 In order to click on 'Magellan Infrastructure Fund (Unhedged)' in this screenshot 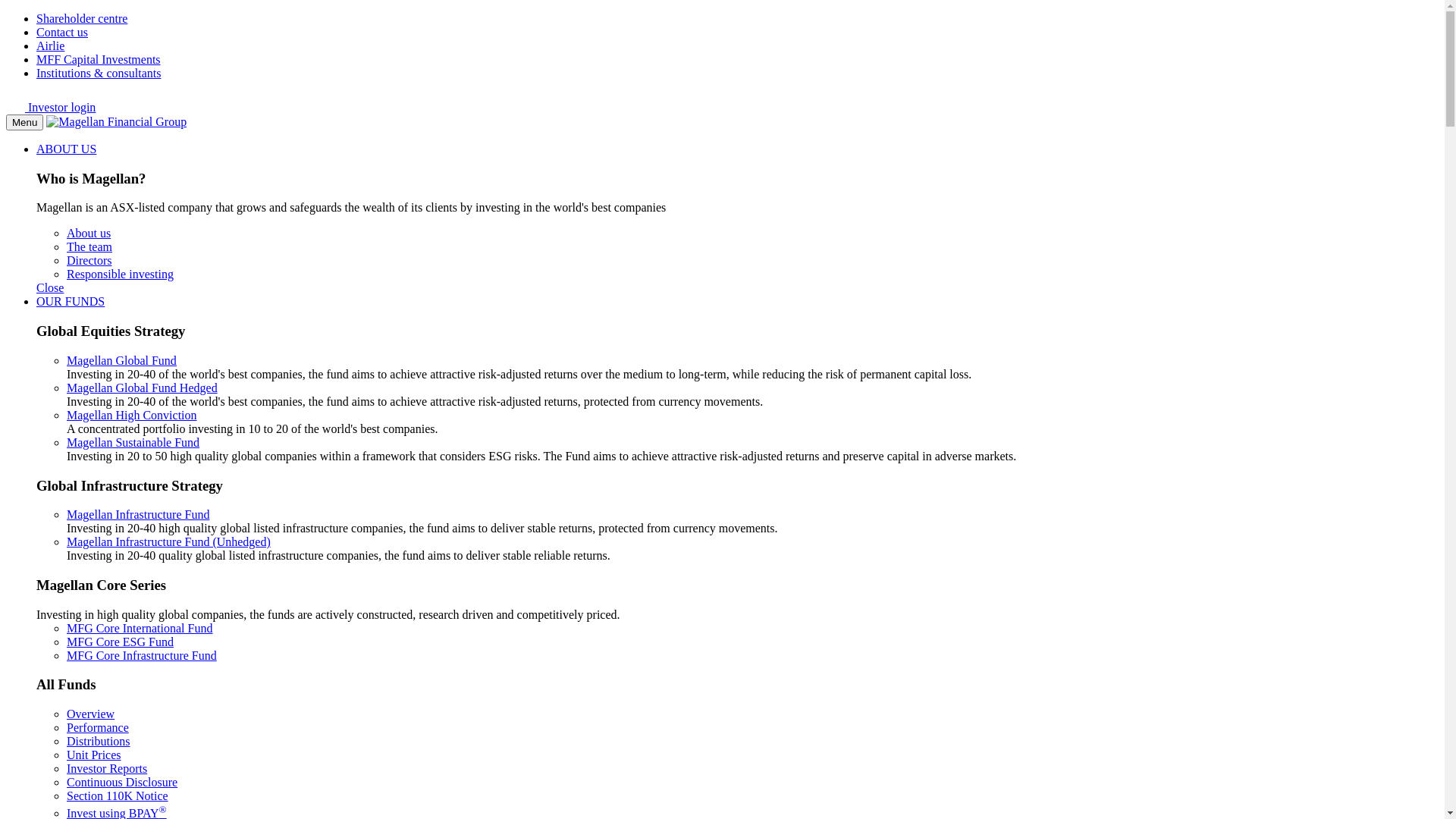, I will do `click(168, 541)`.